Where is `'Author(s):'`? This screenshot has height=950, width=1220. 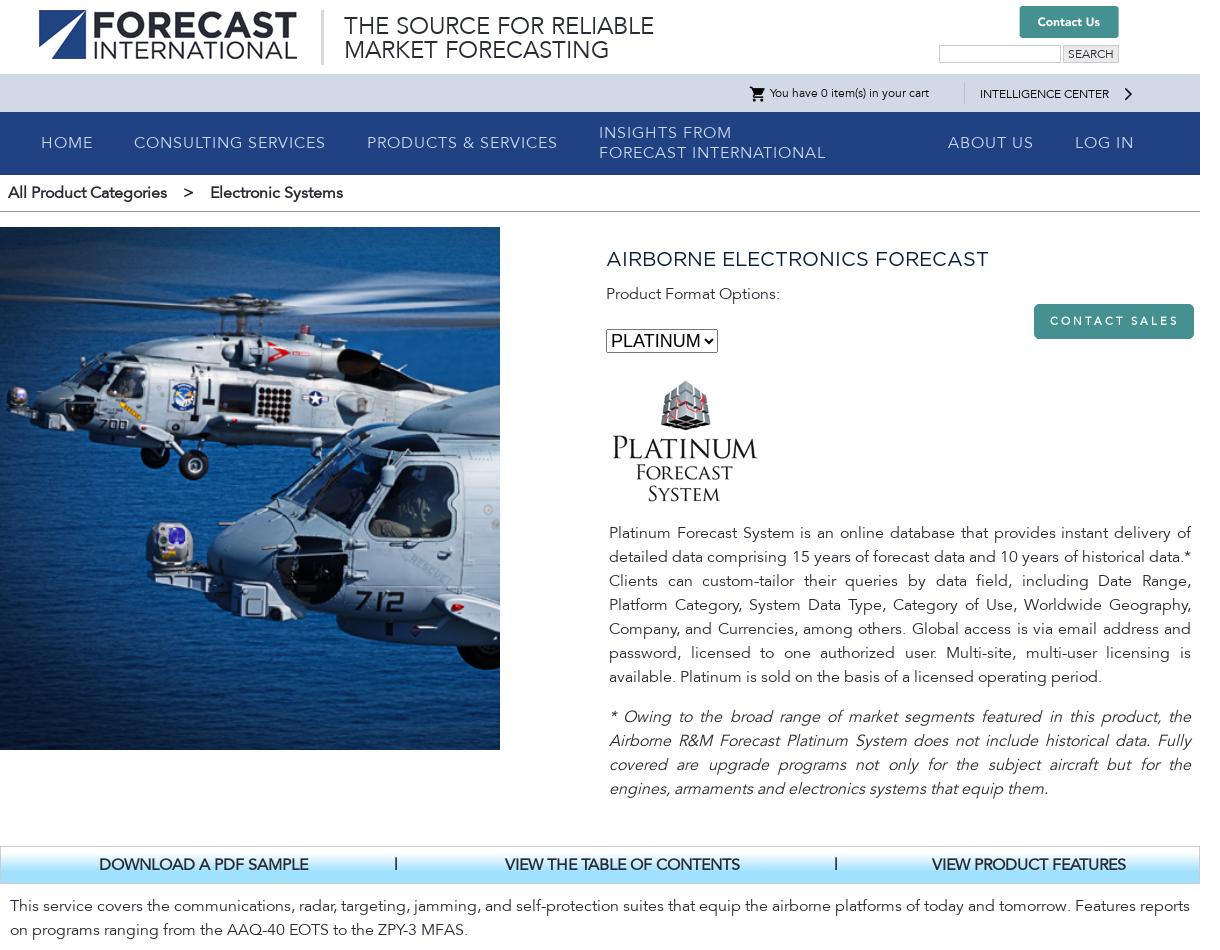
'Author(s):' is located at coordinates (39, 570).